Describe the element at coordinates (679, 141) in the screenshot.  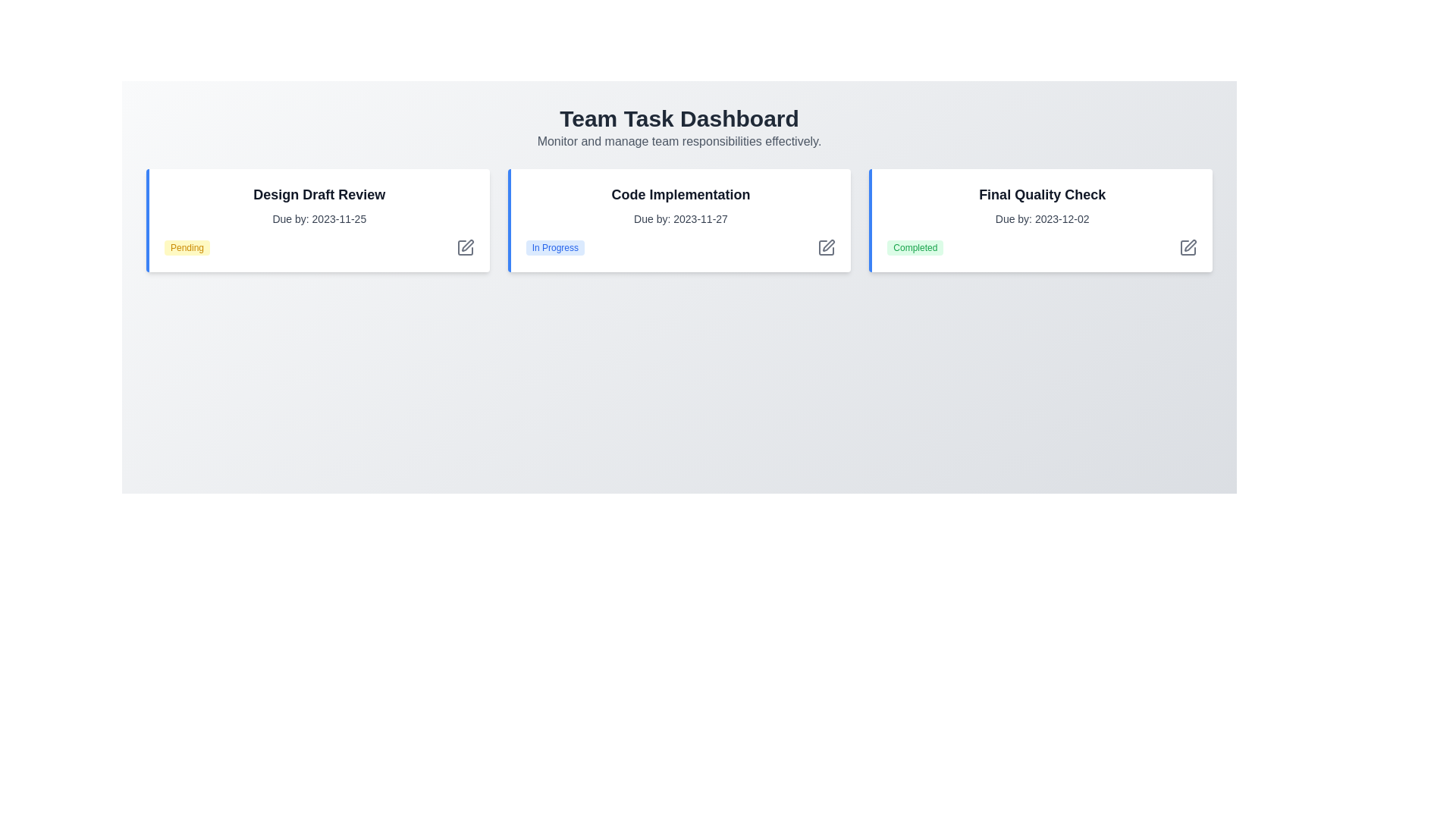
I see `the static text element that reads 'Monitor and manage team responsibilities effectively', which is located below the 'Team Task Dashboard' header and centered horizontally on the page` at that location.